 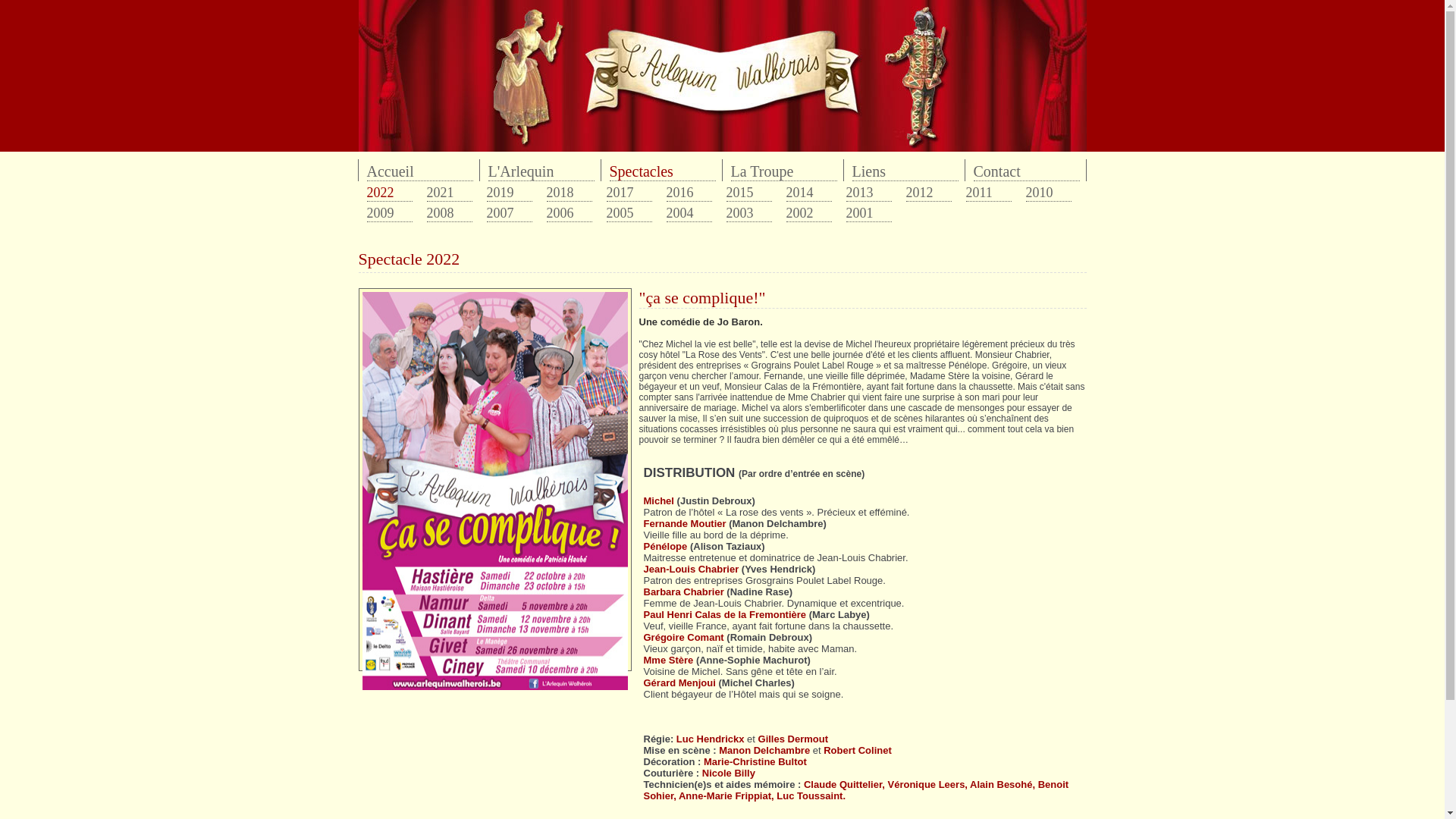 What do you see at coordinates (869, 213) in the screenshot?
I see `'2001'` at bounding box center [869, 213].